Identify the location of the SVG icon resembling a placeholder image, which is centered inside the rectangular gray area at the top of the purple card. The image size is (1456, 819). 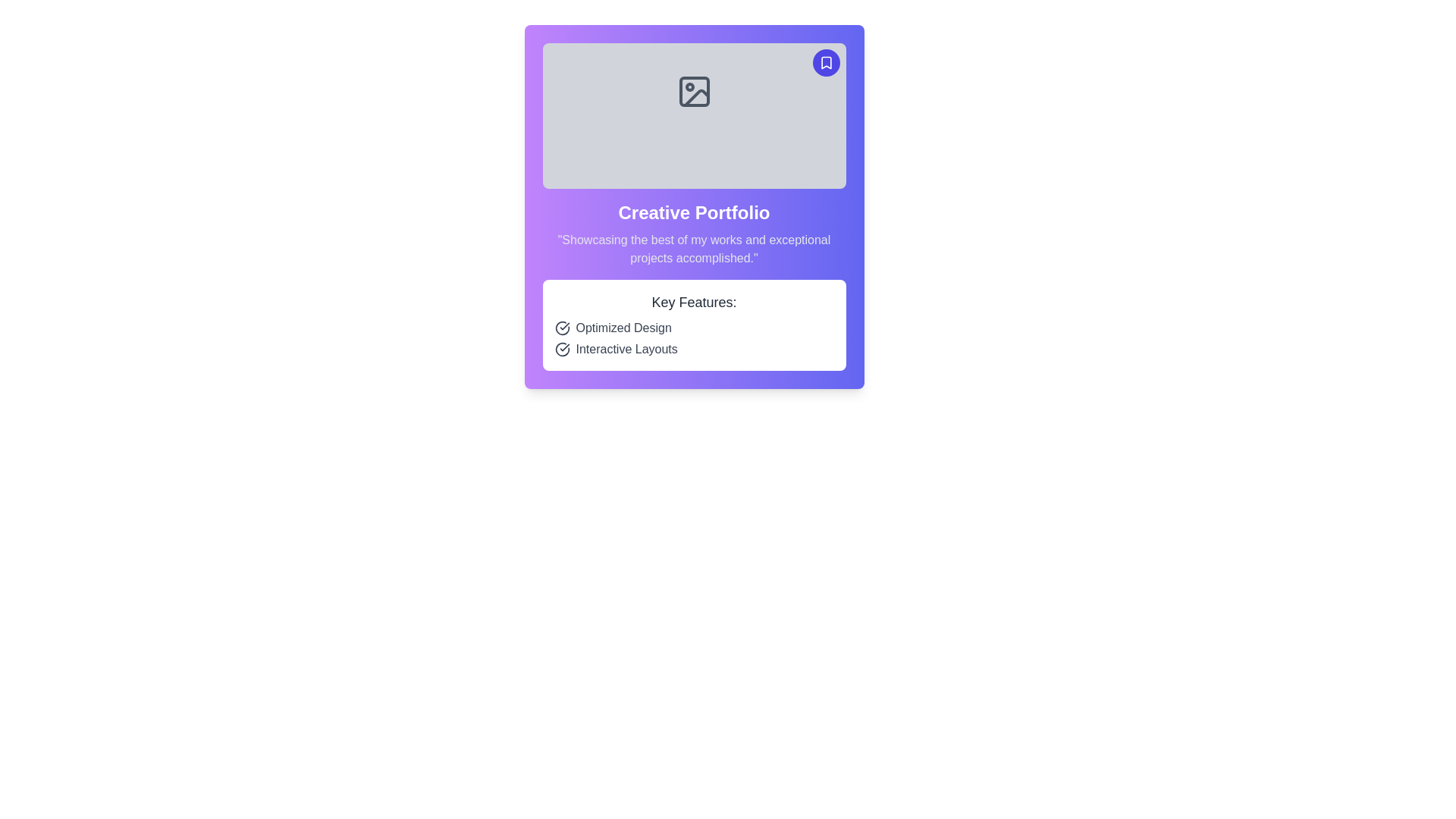
(693, 91).